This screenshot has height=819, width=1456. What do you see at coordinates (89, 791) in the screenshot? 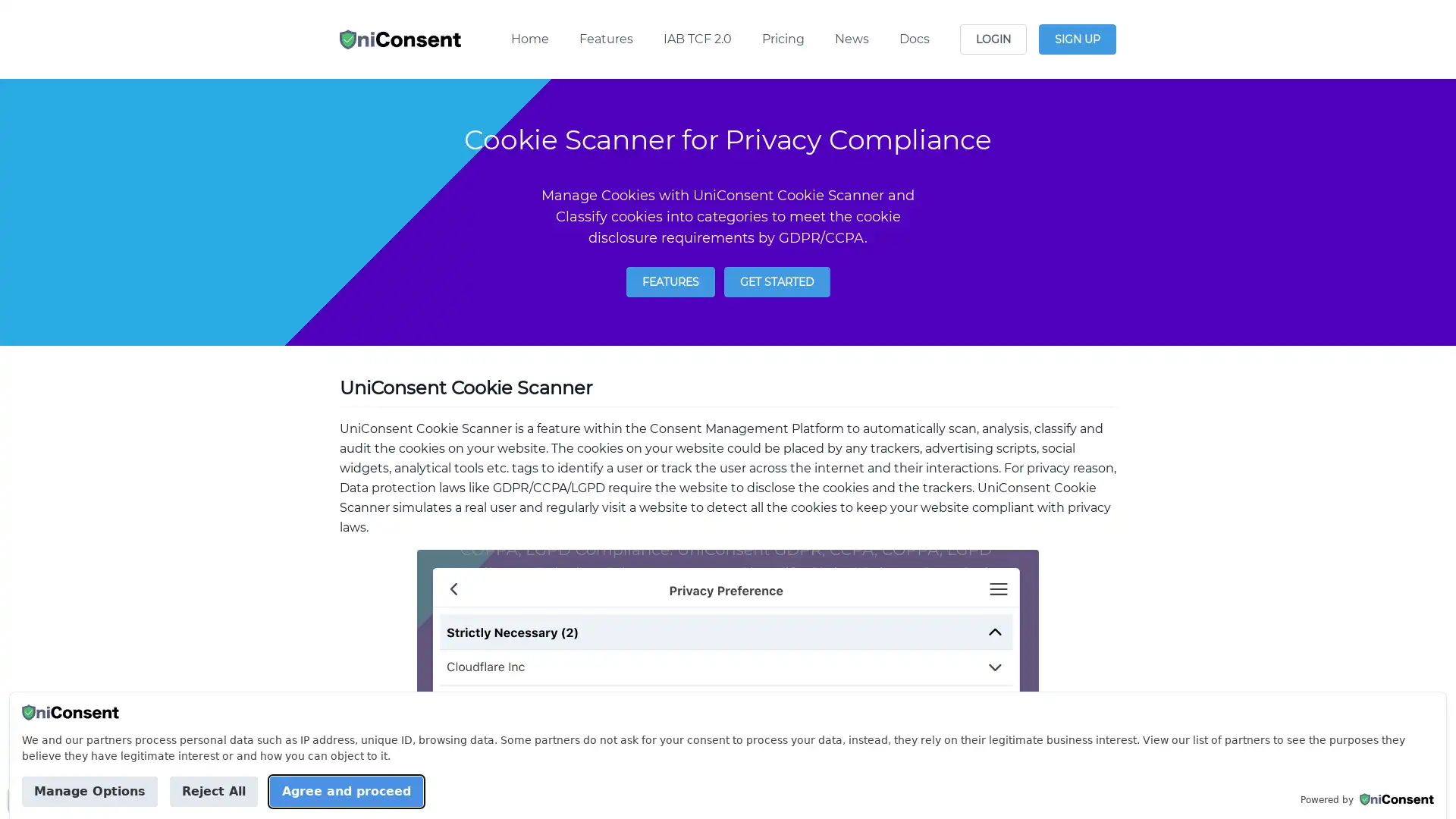
I see `Manage Options` at bounding box center [89, 791].